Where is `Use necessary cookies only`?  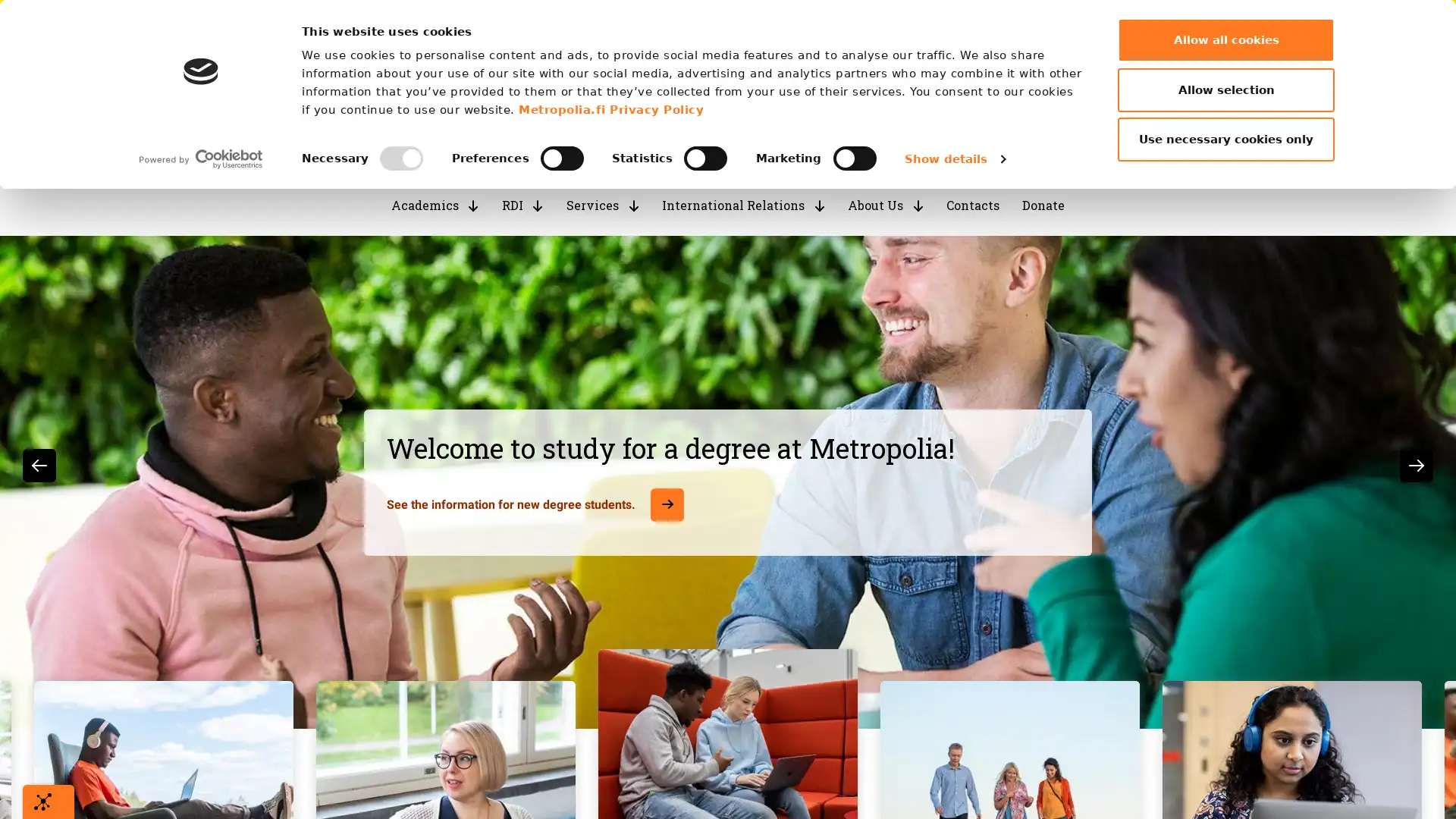 Use necessary cookies only is located at coordinates (1226, 140).